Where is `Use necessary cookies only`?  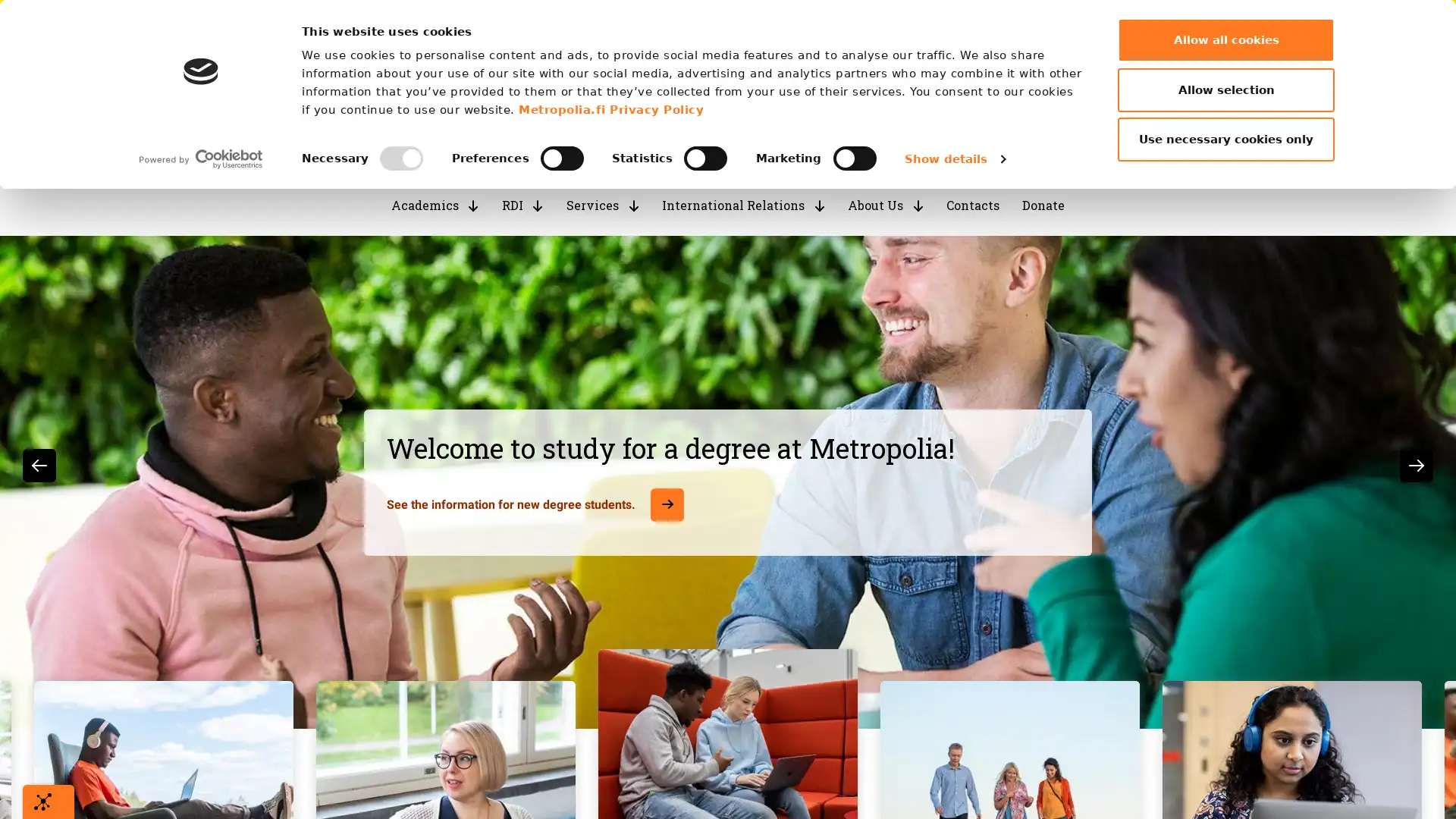 Use necessary cookies only is located at coordinates (1226, 140).